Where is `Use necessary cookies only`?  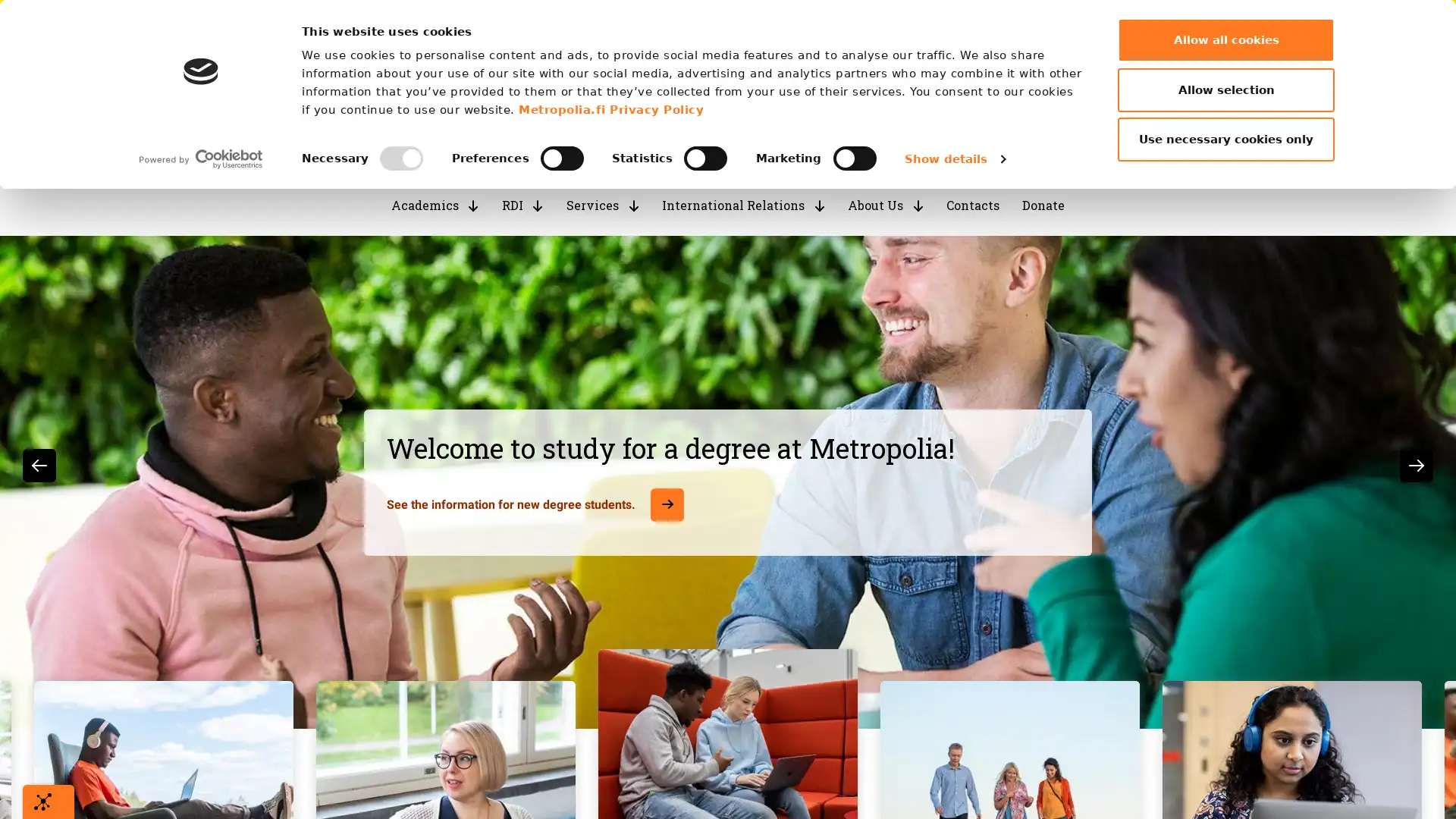 Use necessary cookies only is located at coordinates (1226, 140).